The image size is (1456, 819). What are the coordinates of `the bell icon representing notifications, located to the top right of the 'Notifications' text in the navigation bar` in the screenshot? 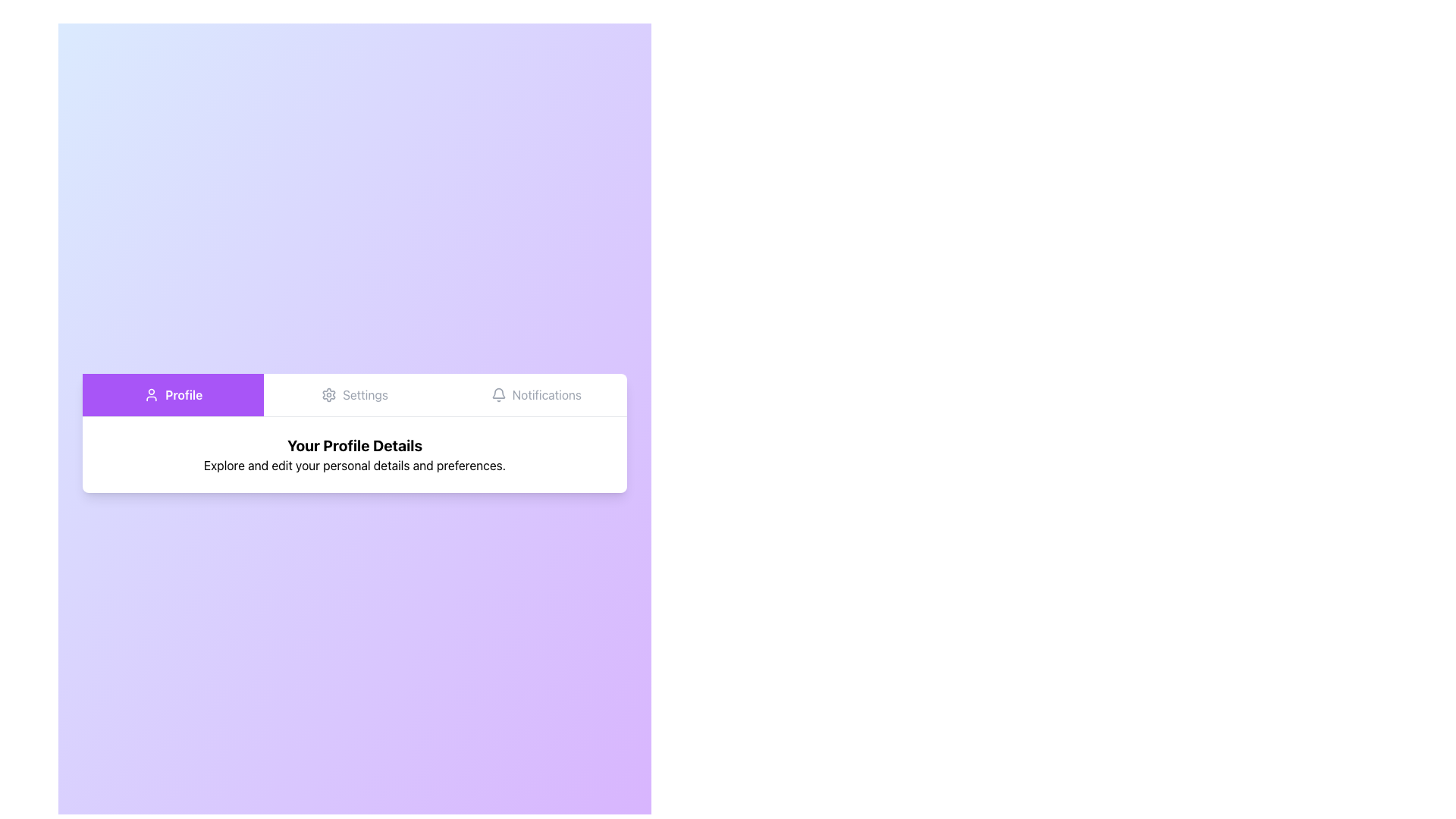 It's located at (498, 394).